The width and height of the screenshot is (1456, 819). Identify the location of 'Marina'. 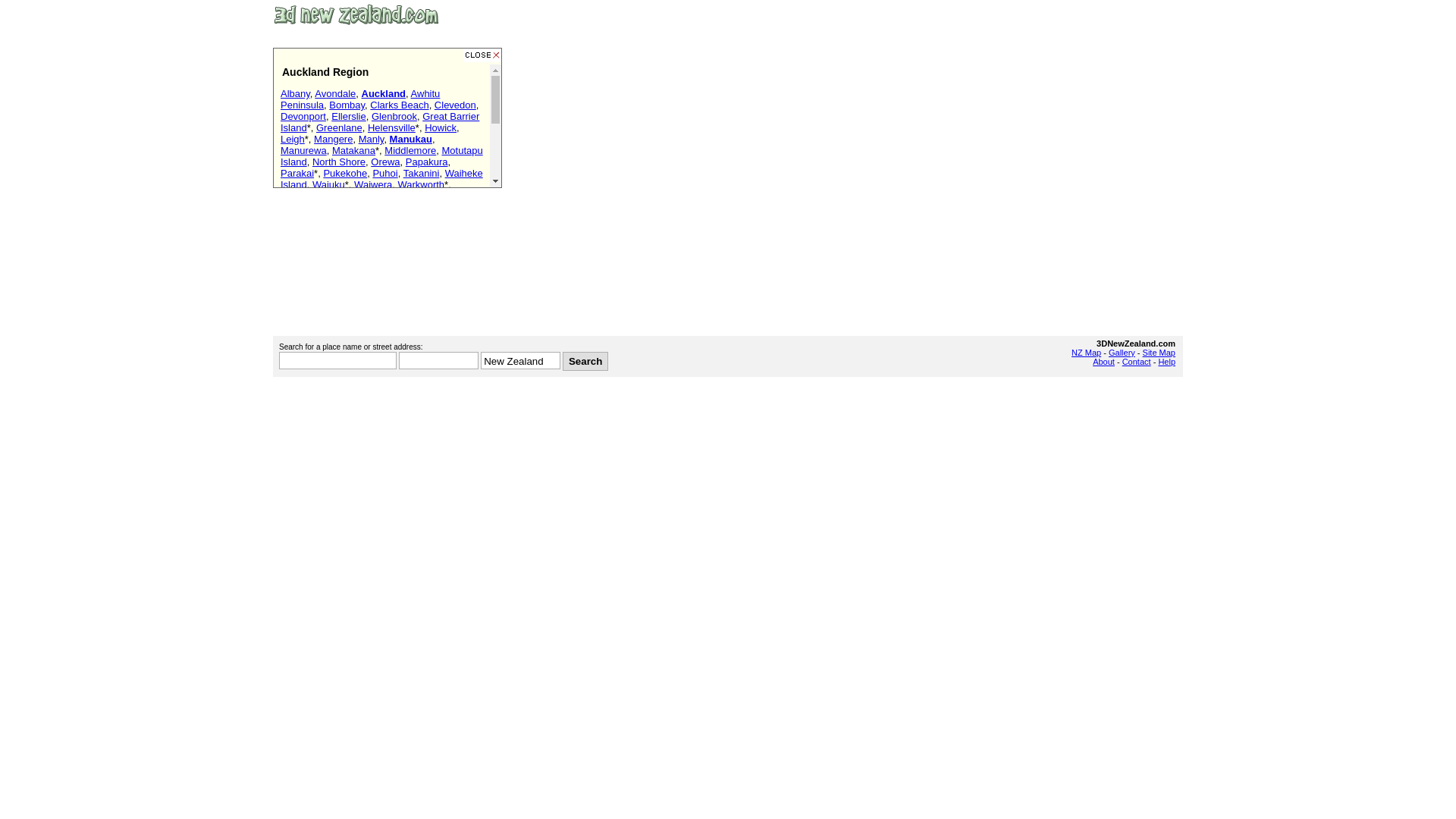
(295, 252).